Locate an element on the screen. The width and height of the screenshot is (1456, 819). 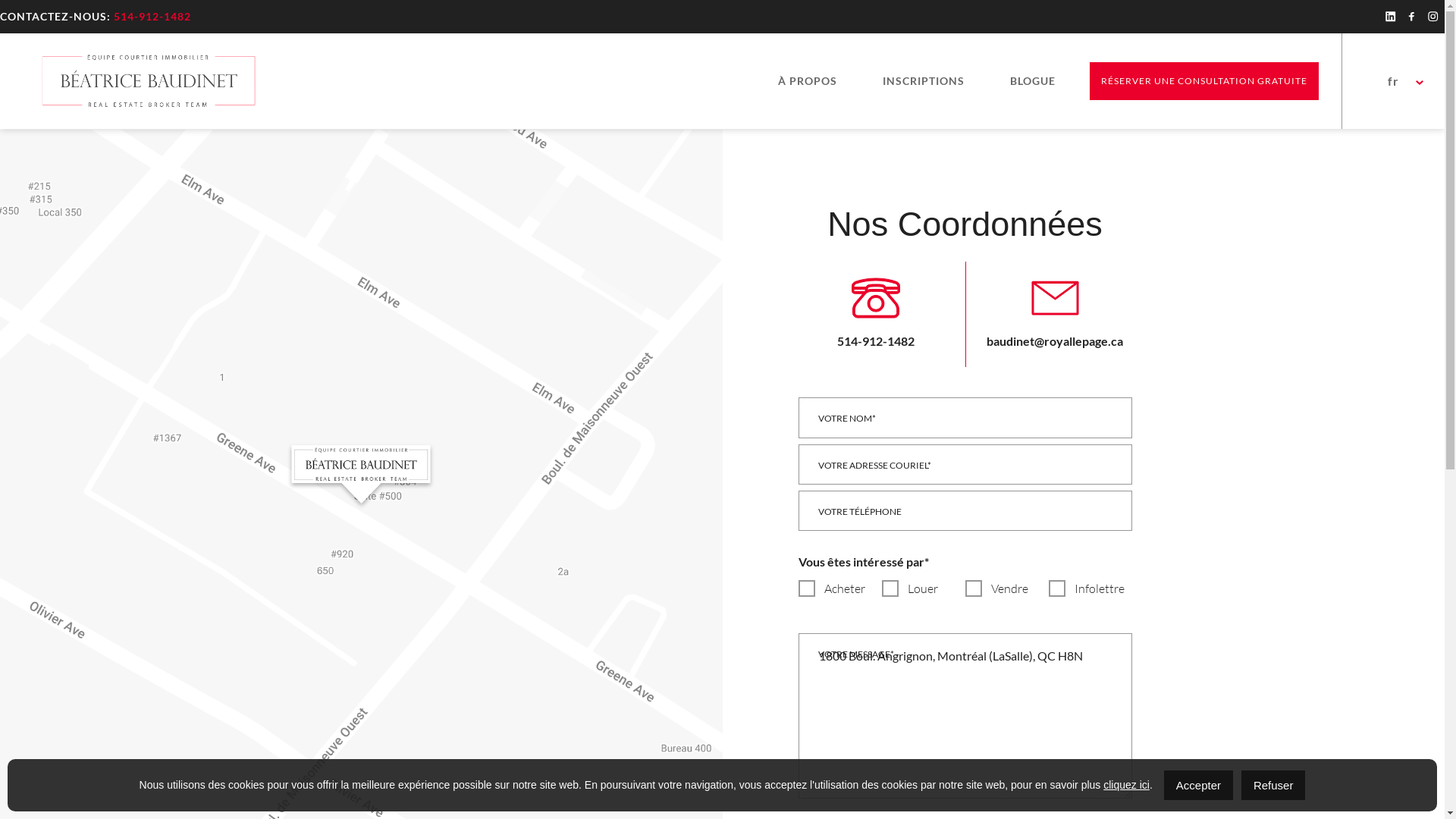
'cliquez ici' is located at coordinates (1126, 784).